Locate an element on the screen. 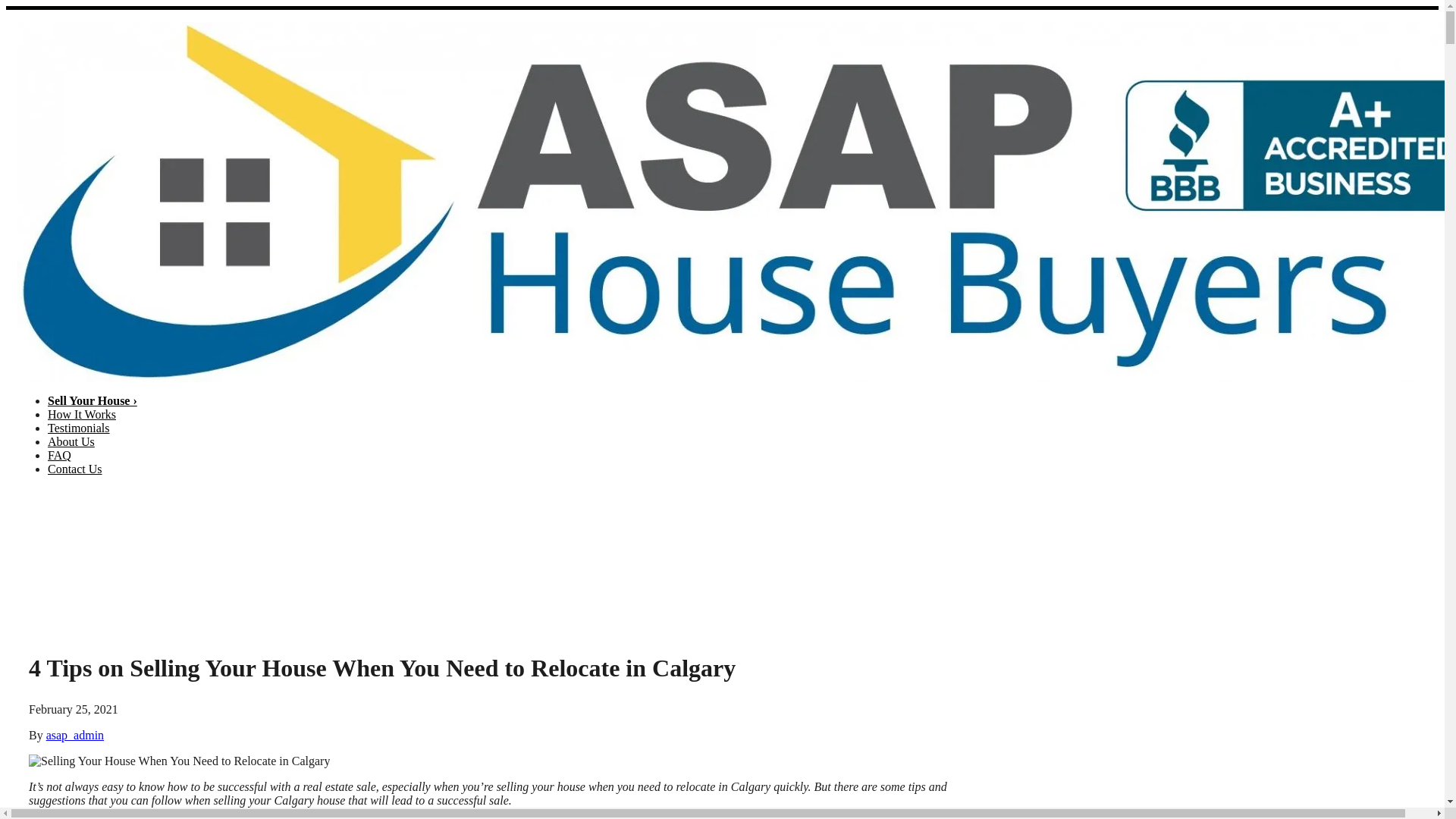 Image resolution: width=1456 pixels, height=819 pixels. 'asap_admin' is located at coordinates (74, 734).